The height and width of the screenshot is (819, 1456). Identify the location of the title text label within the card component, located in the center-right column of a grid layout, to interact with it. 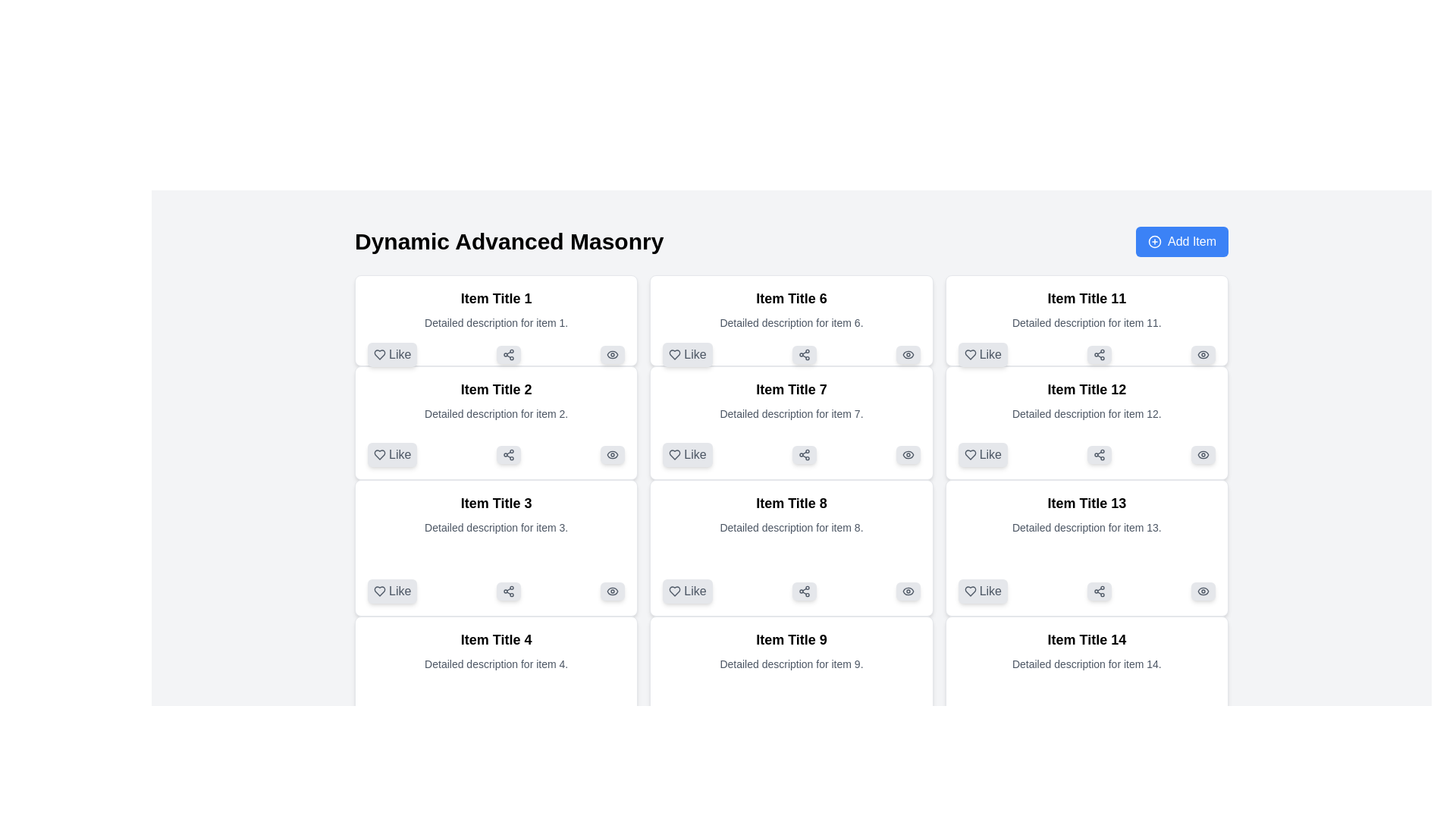
(790, 640).